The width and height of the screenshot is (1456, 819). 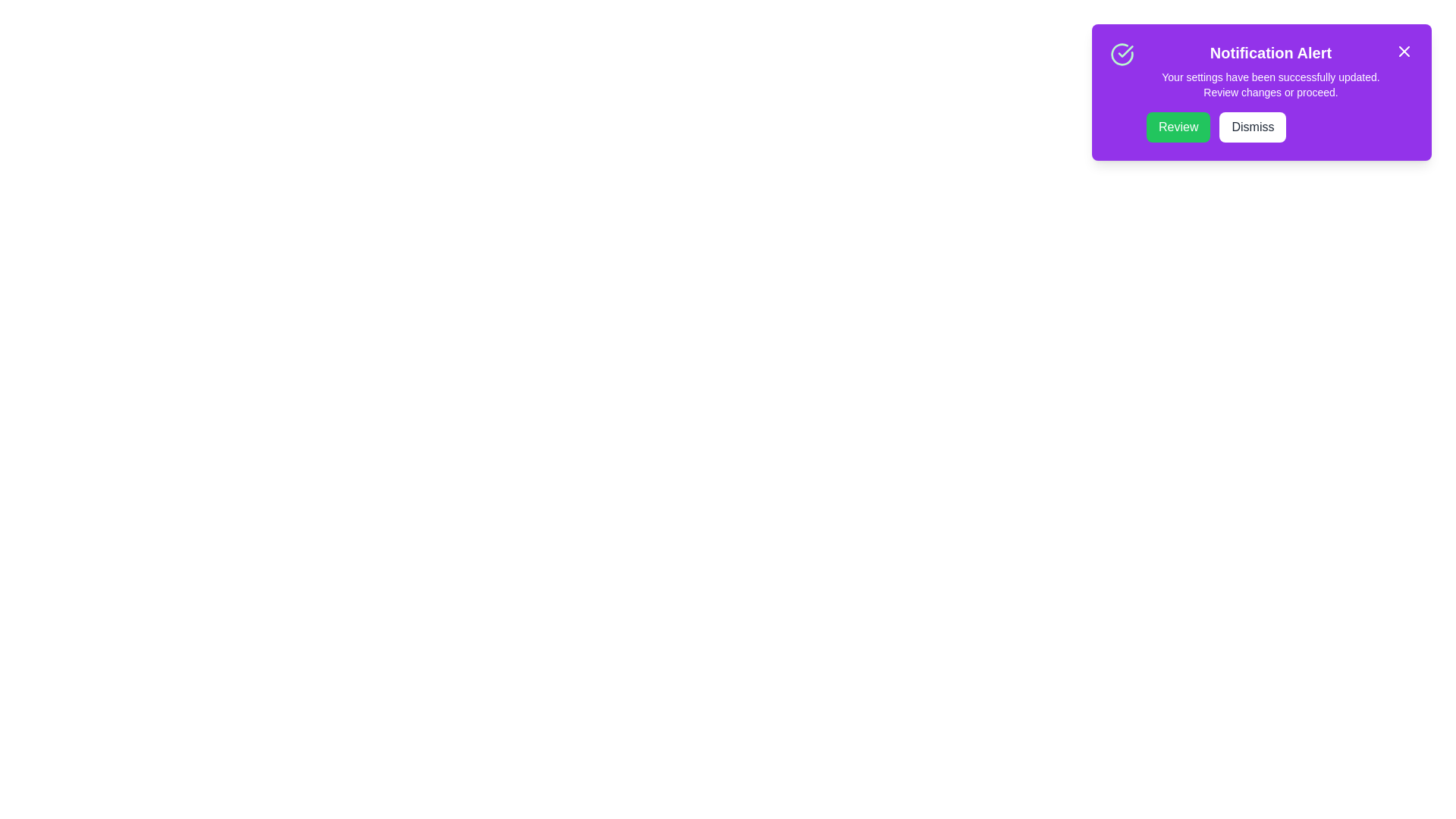 I want to click on message content of the text block element displaying 'Your settings have been successfully updated. Review changes or proceed.' which is located below the 'Notification Alert' title, so click(x=1270, y=84).